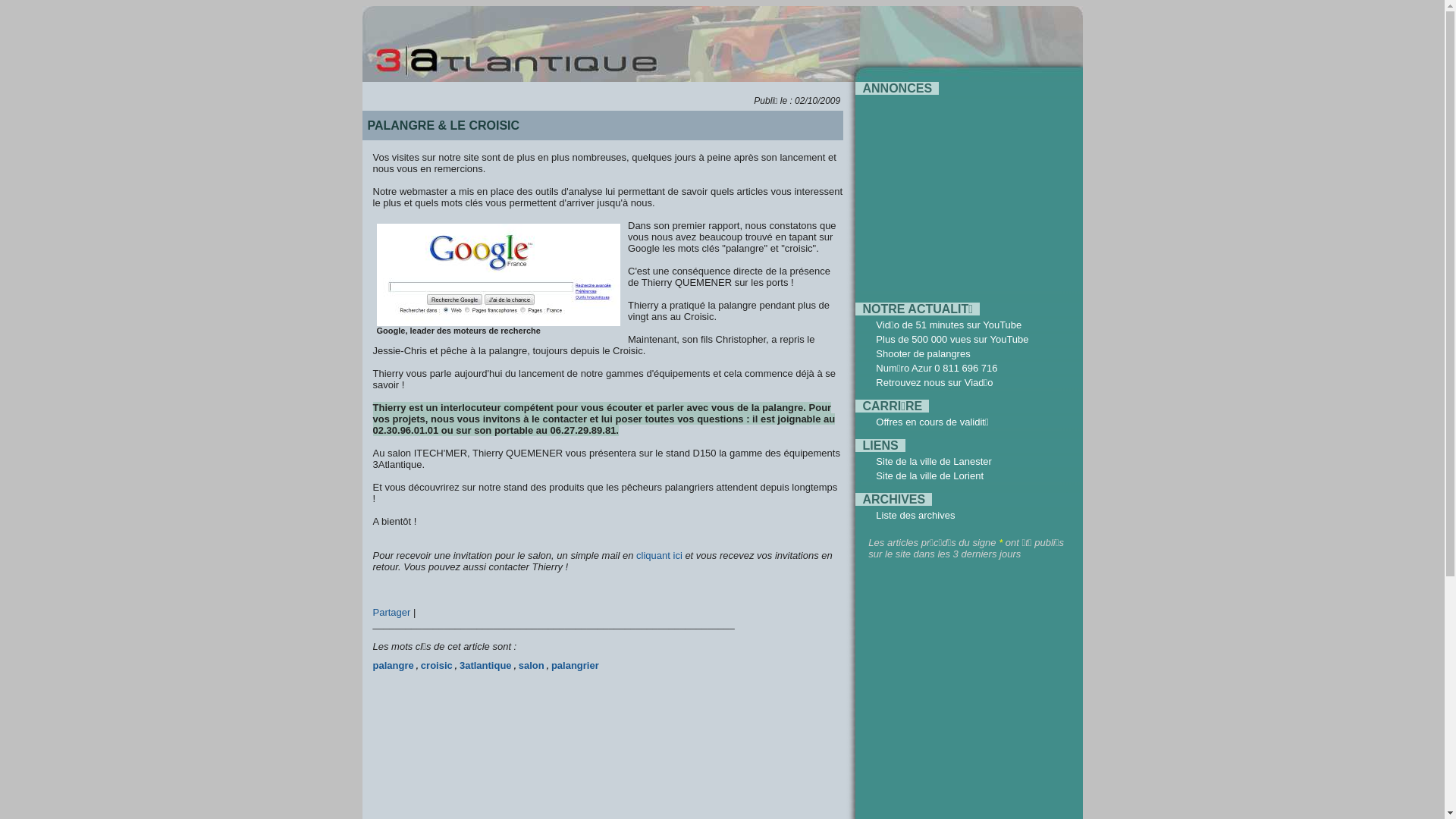 Image resolution: width=1456 pixels, height=819 pixels. Describe the element at coordinates (914, 514) in the screenshot. I see `'Liste des archives'` at that location.